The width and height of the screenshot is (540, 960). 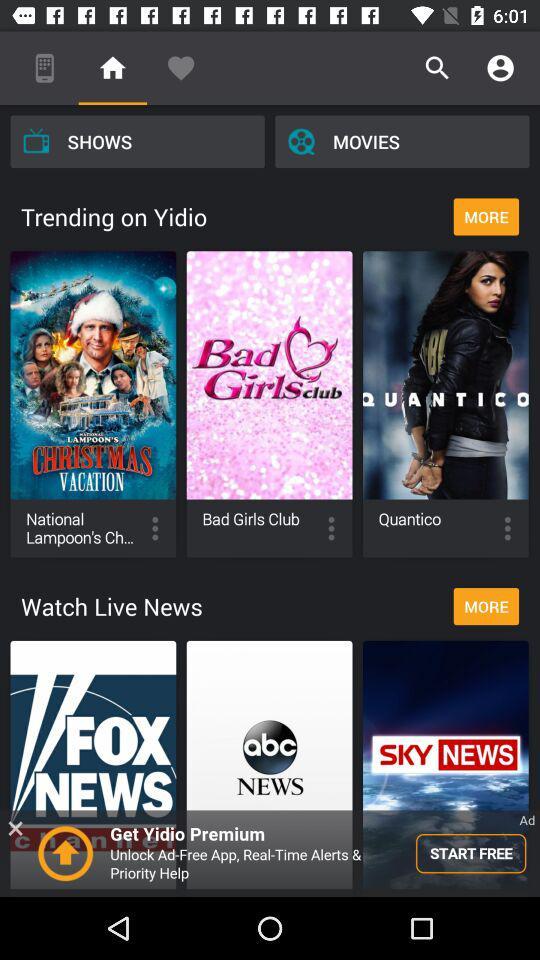 What do you see at coordinates (136, 140) in the screenshot?
I see `icon to the left of the movies icon` at bounding box center [136, 140].